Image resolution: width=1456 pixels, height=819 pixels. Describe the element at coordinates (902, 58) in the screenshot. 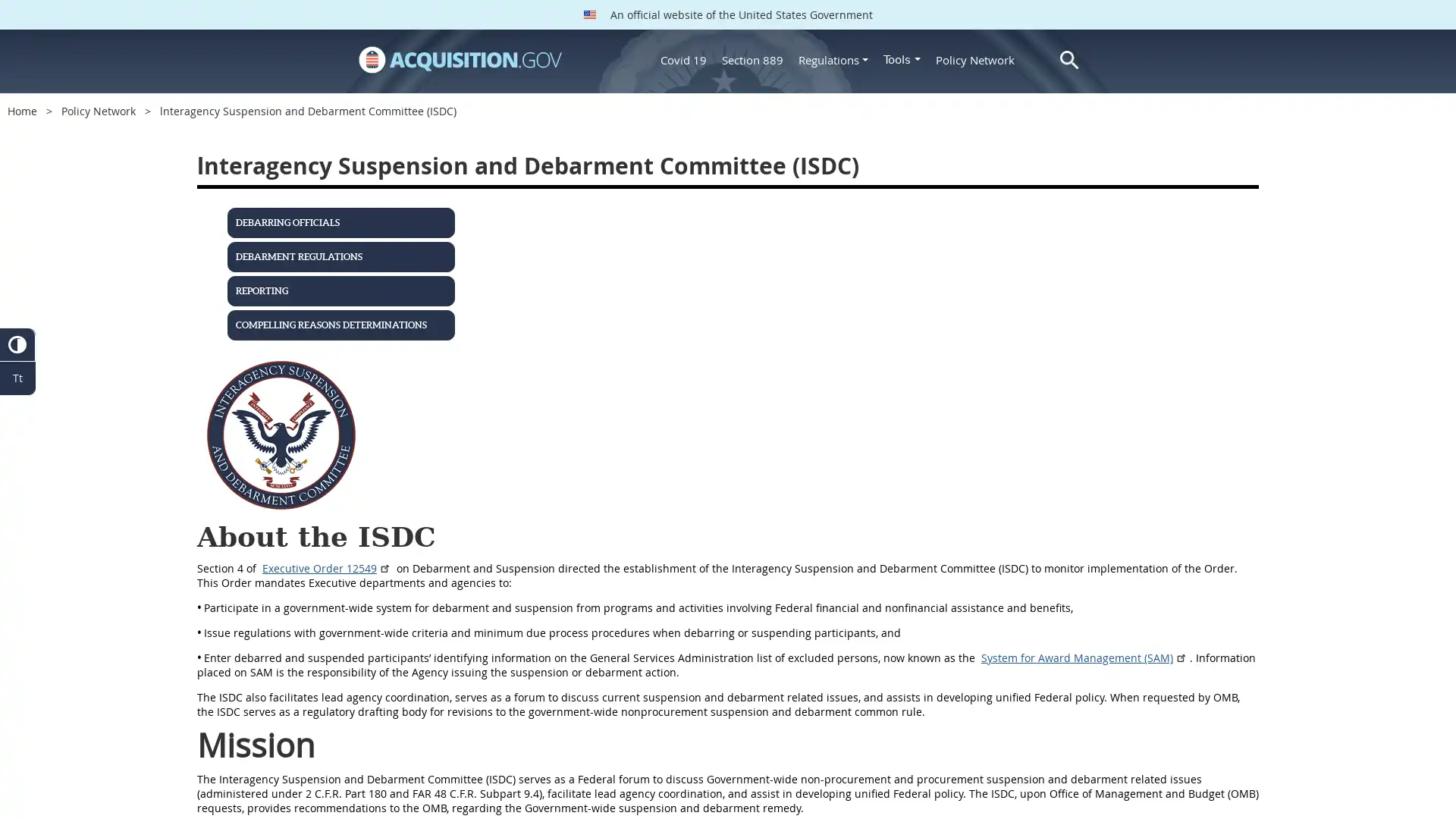

I see `Tools main` at that location.